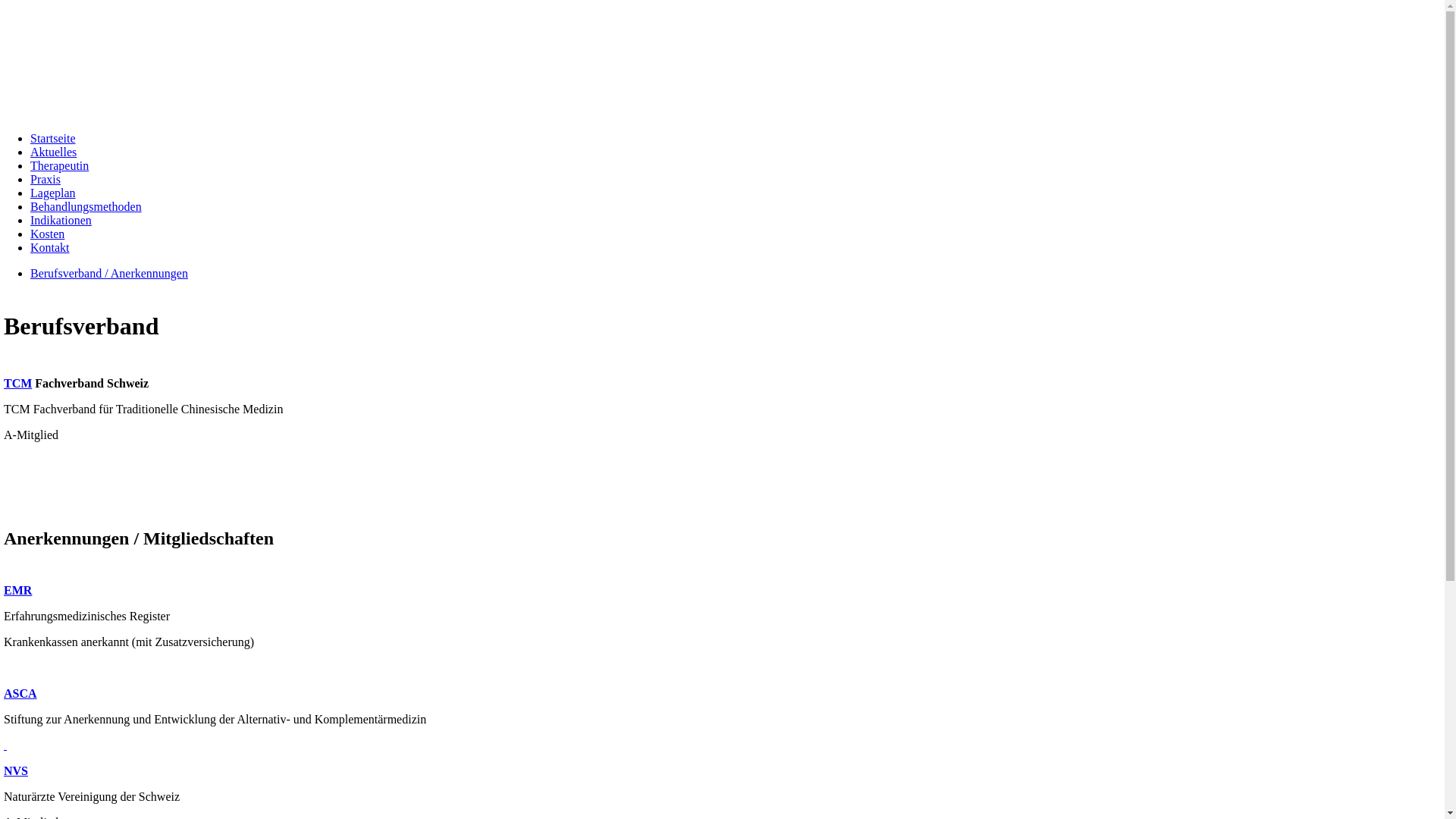 The height and width of the screenshot is (819, 1456). Describe the element at coordinates (53, 192) in the screenshot. I see `'Lageplan'` at that location.